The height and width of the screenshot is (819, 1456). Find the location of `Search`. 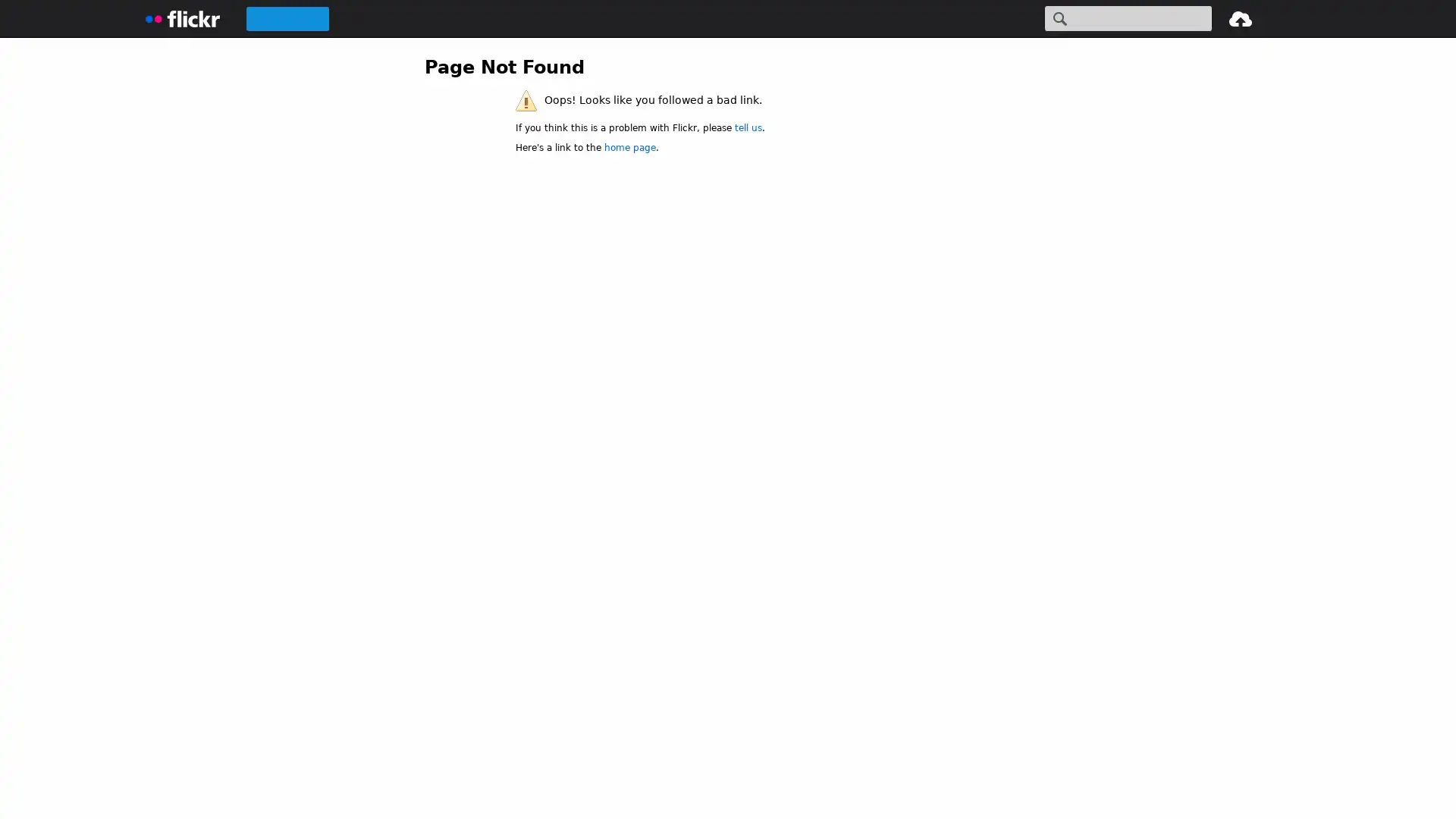

Search is located at coordinates (1063, 18).